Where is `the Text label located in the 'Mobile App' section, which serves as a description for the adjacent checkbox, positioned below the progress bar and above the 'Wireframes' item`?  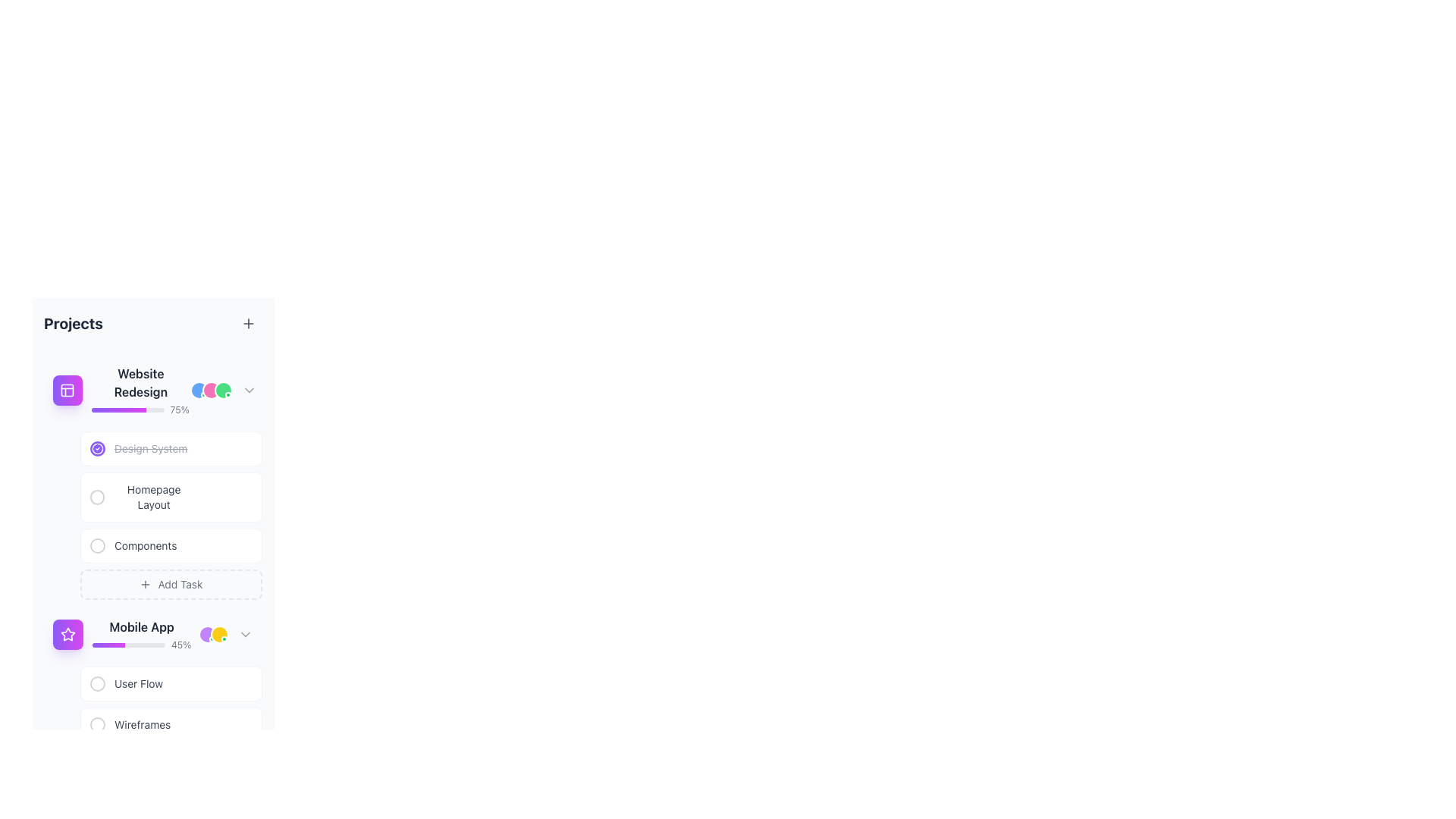 the Text label located in the 'Mobile App' section, which serves as a description for the adjacent checkbox, positioned below the progress bar and above the 'Wireframes' item is located at coordinates (138, 684).